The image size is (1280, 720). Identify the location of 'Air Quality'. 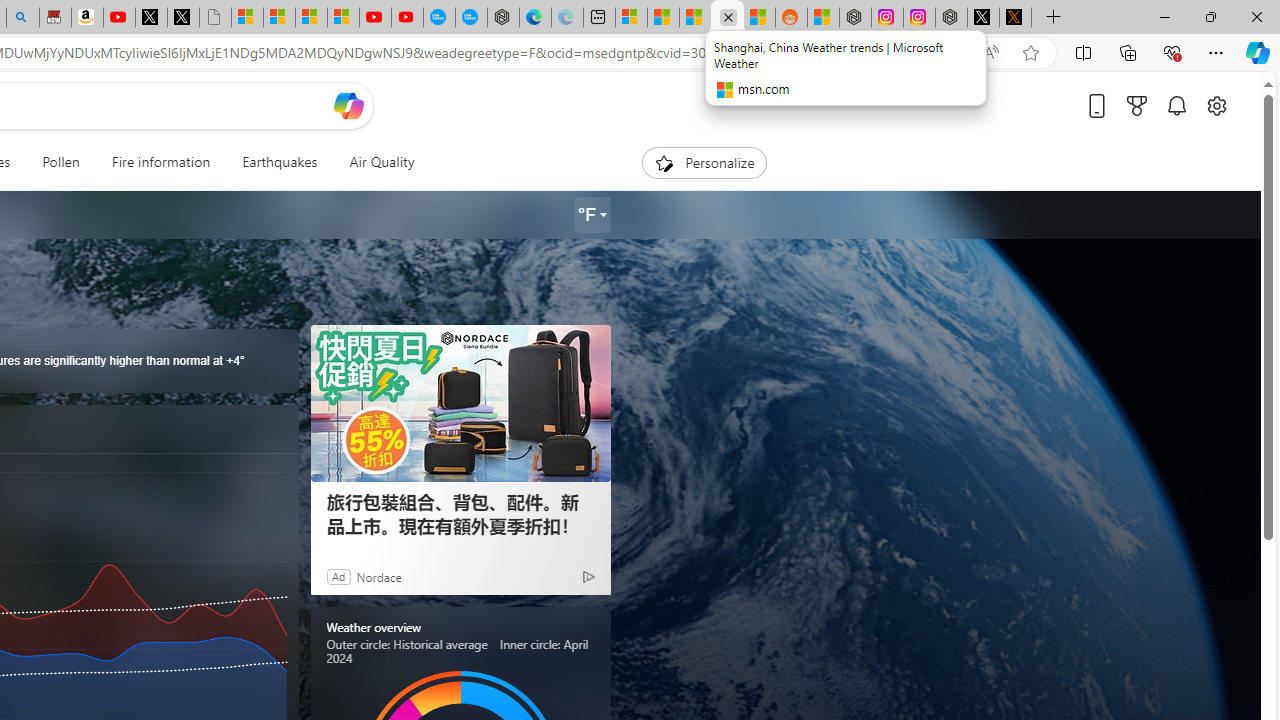
(373, 162).